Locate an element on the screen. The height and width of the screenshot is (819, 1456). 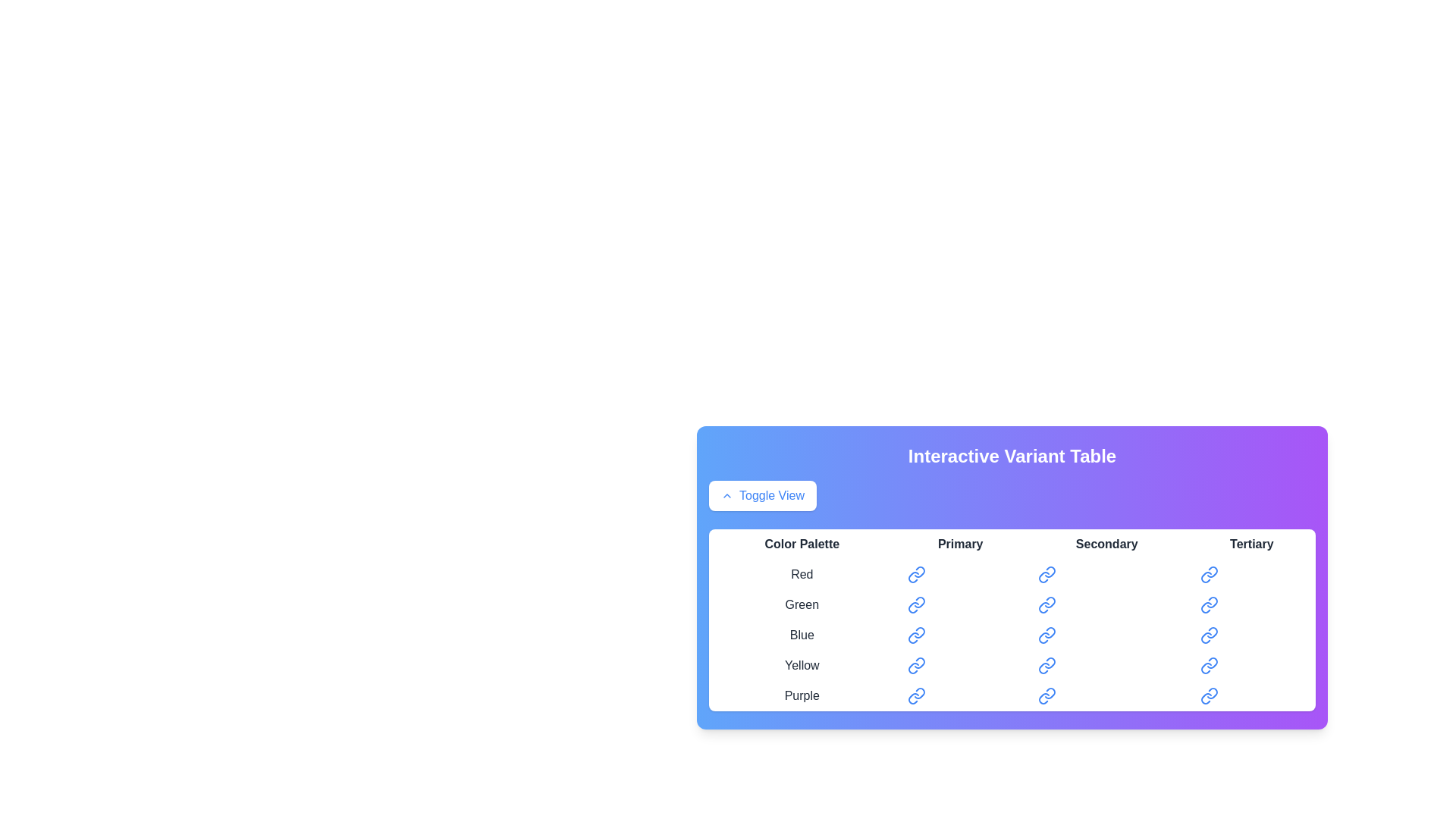
the blue link icon styled as a chain labeled 'Secondary - Green' in the 'Interactive Variant Table' is located at coordinates (1046, 604).